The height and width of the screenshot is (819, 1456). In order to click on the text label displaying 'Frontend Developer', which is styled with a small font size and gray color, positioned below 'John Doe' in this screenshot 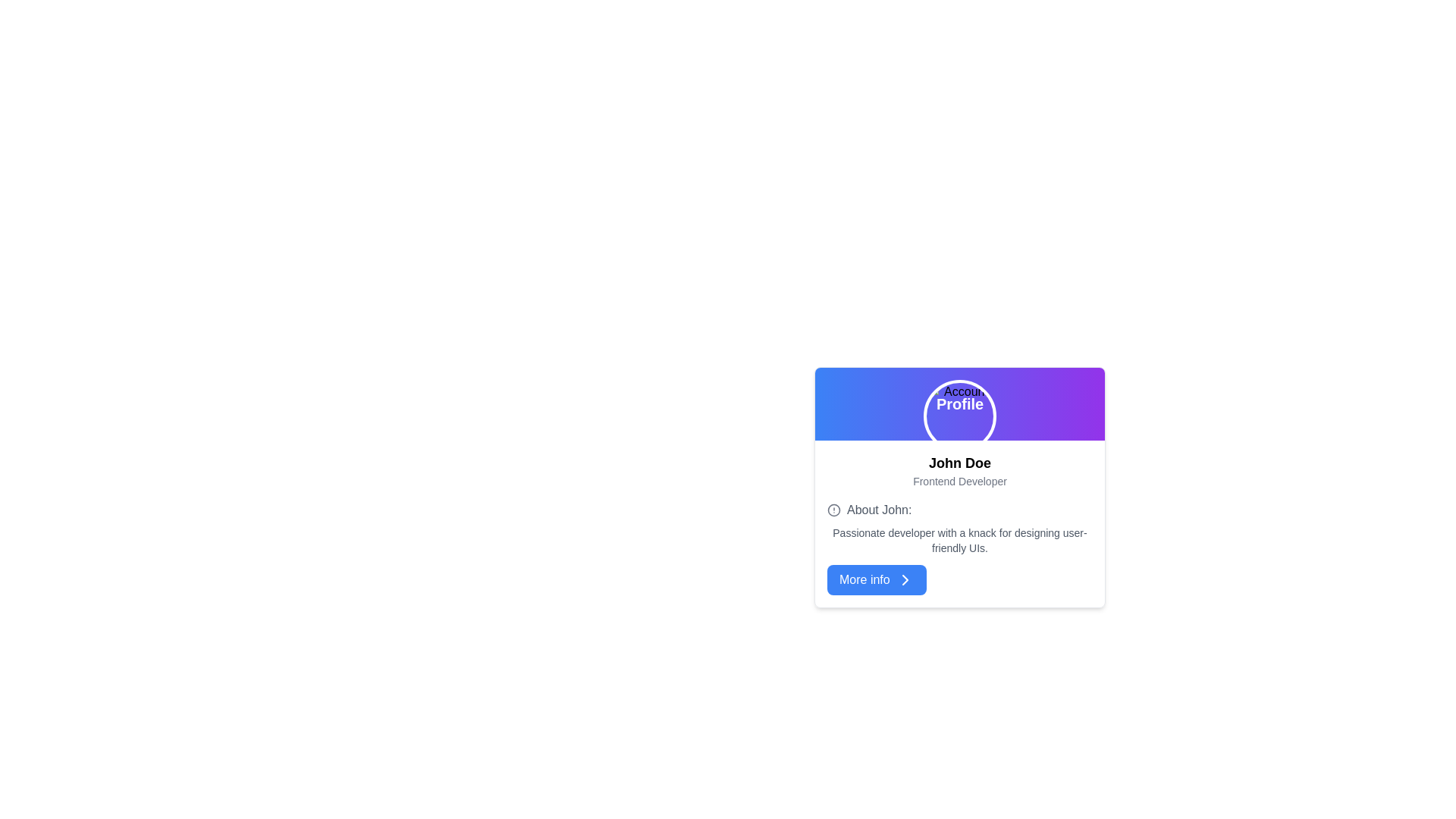, I will do `click(959, 482)`.